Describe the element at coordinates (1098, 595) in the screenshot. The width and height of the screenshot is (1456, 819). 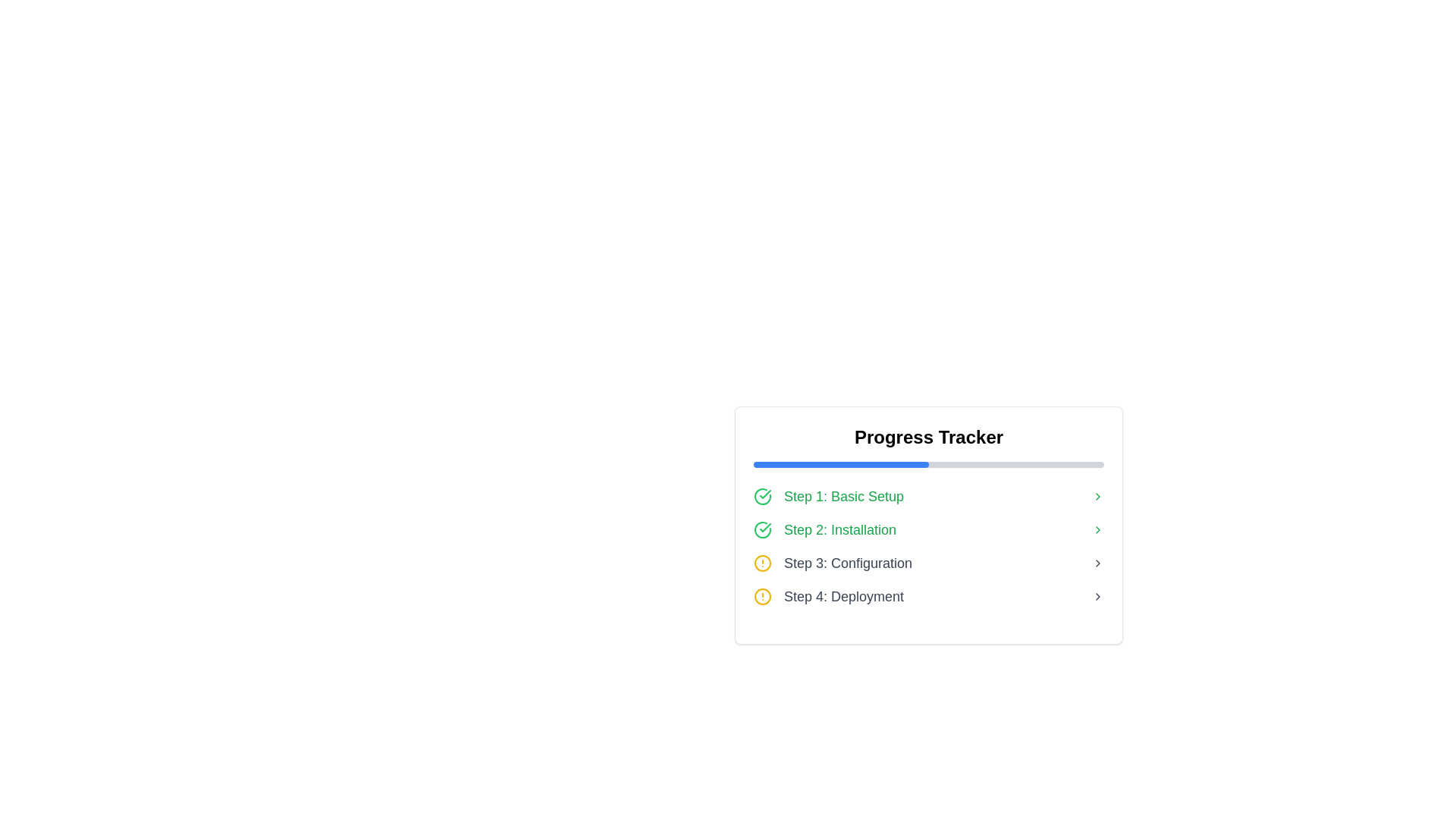
I see `the chevron icon located at the extreme right end of the list row labeled 'Step 4: Deployment'` at that location.